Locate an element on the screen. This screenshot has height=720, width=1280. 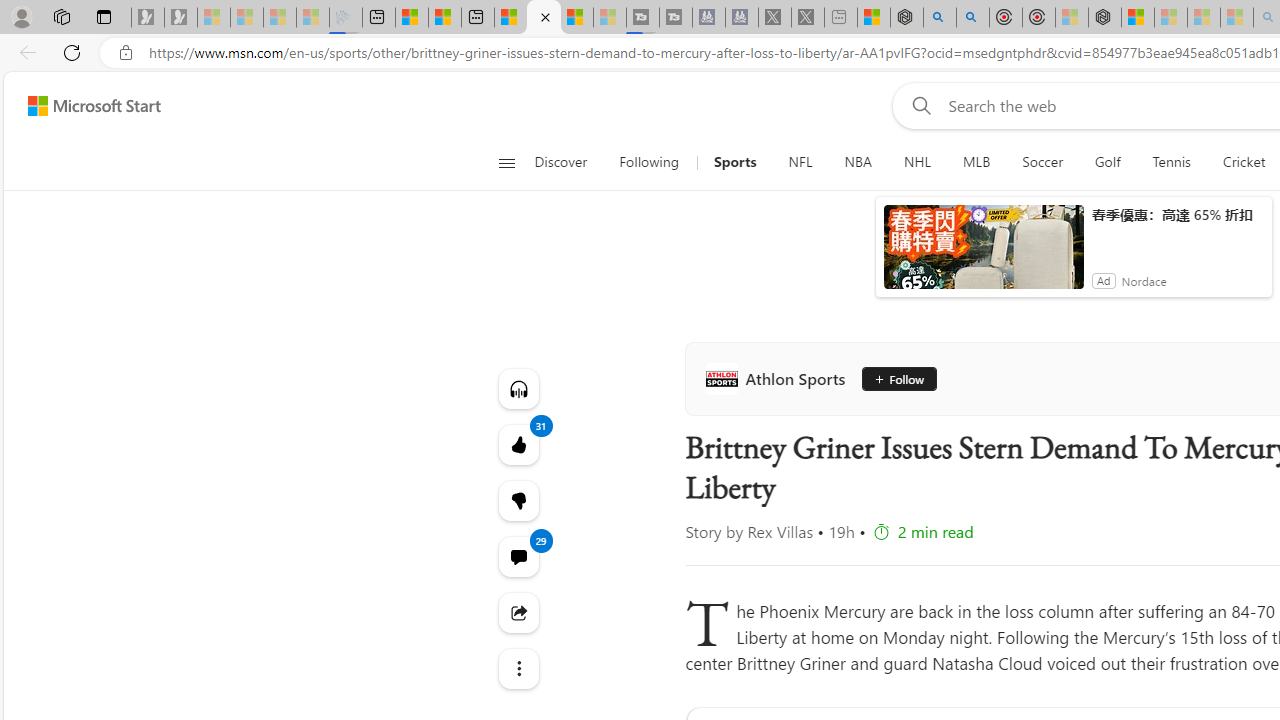
'Following' is located at coordinates (650, 162).